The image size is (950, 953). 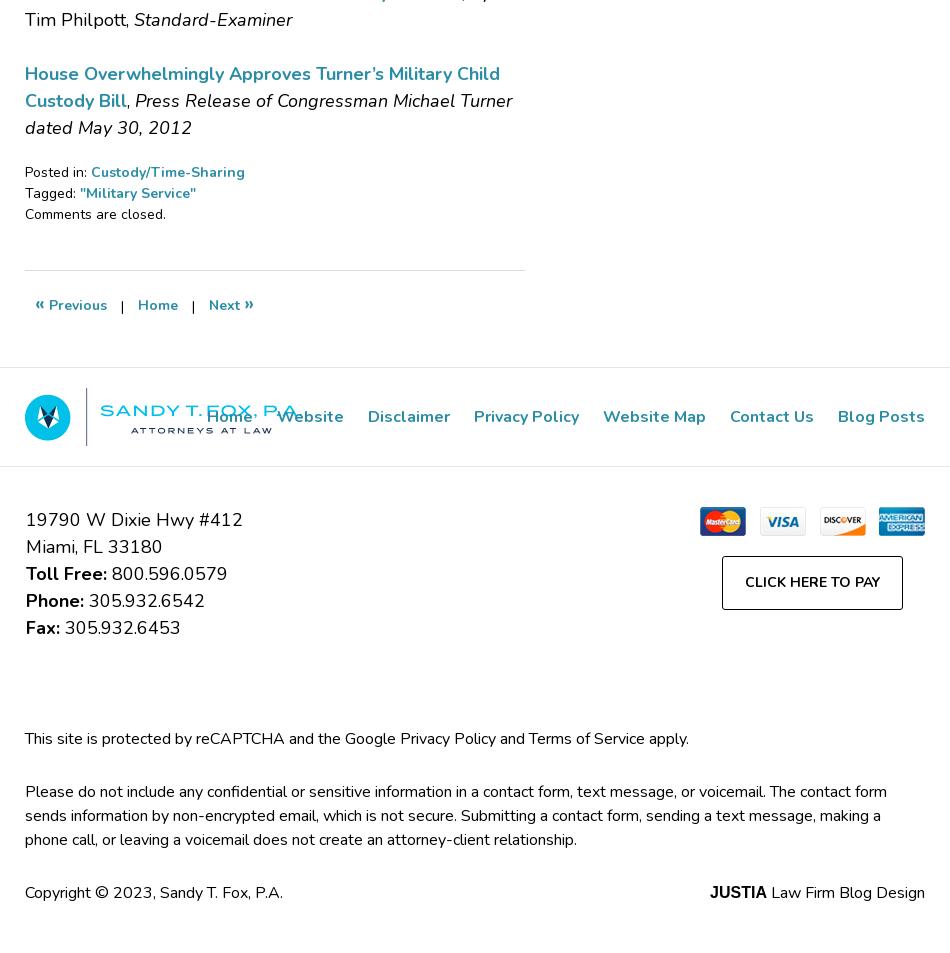 I want to click on 'House Overwhelmingly Approves Turner’s Military Child Custody Bill', so click(x=261, y=85).